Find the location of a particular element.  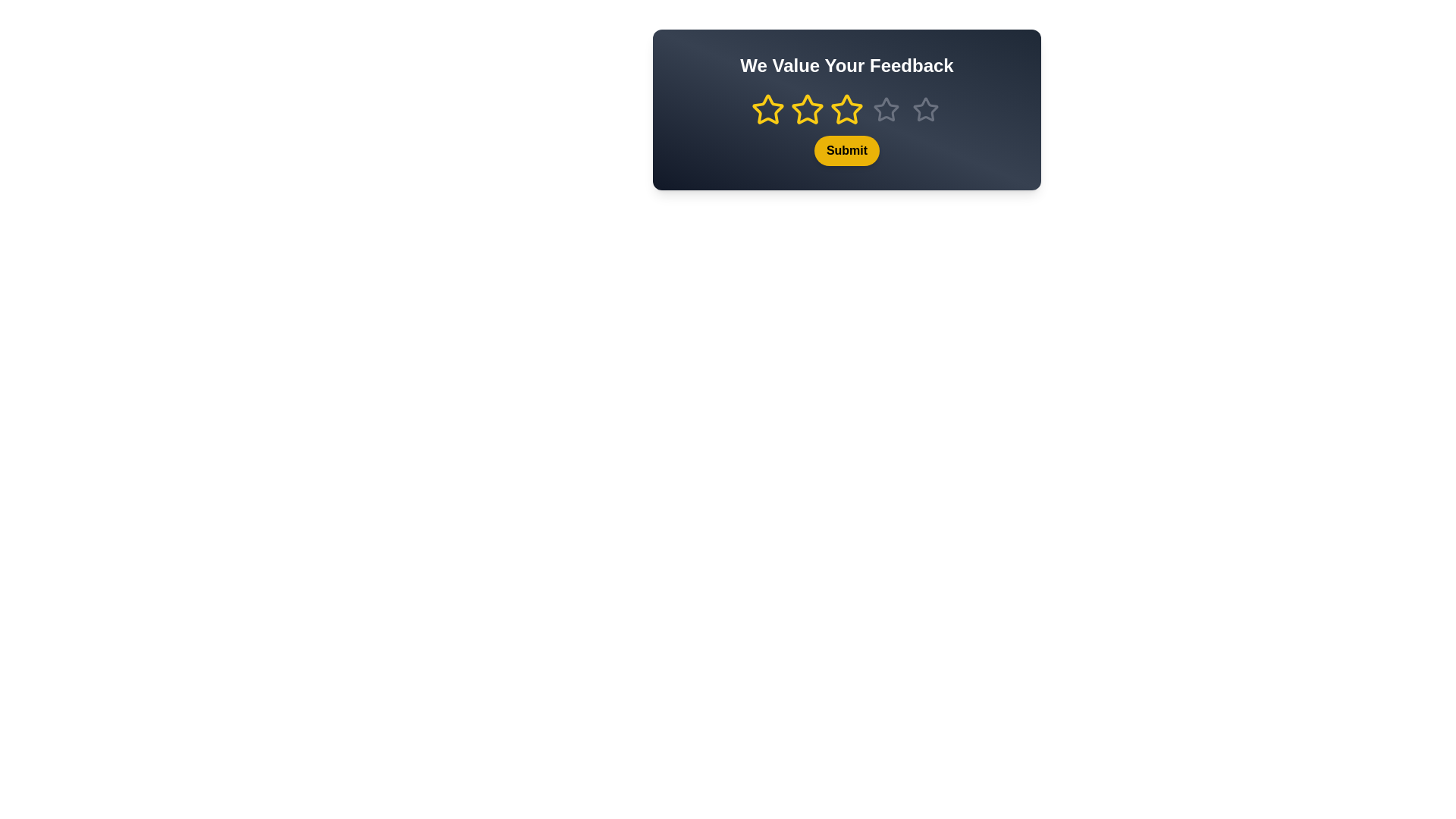

the fifth star icon in the rating component is located at coordinates (924, 108).